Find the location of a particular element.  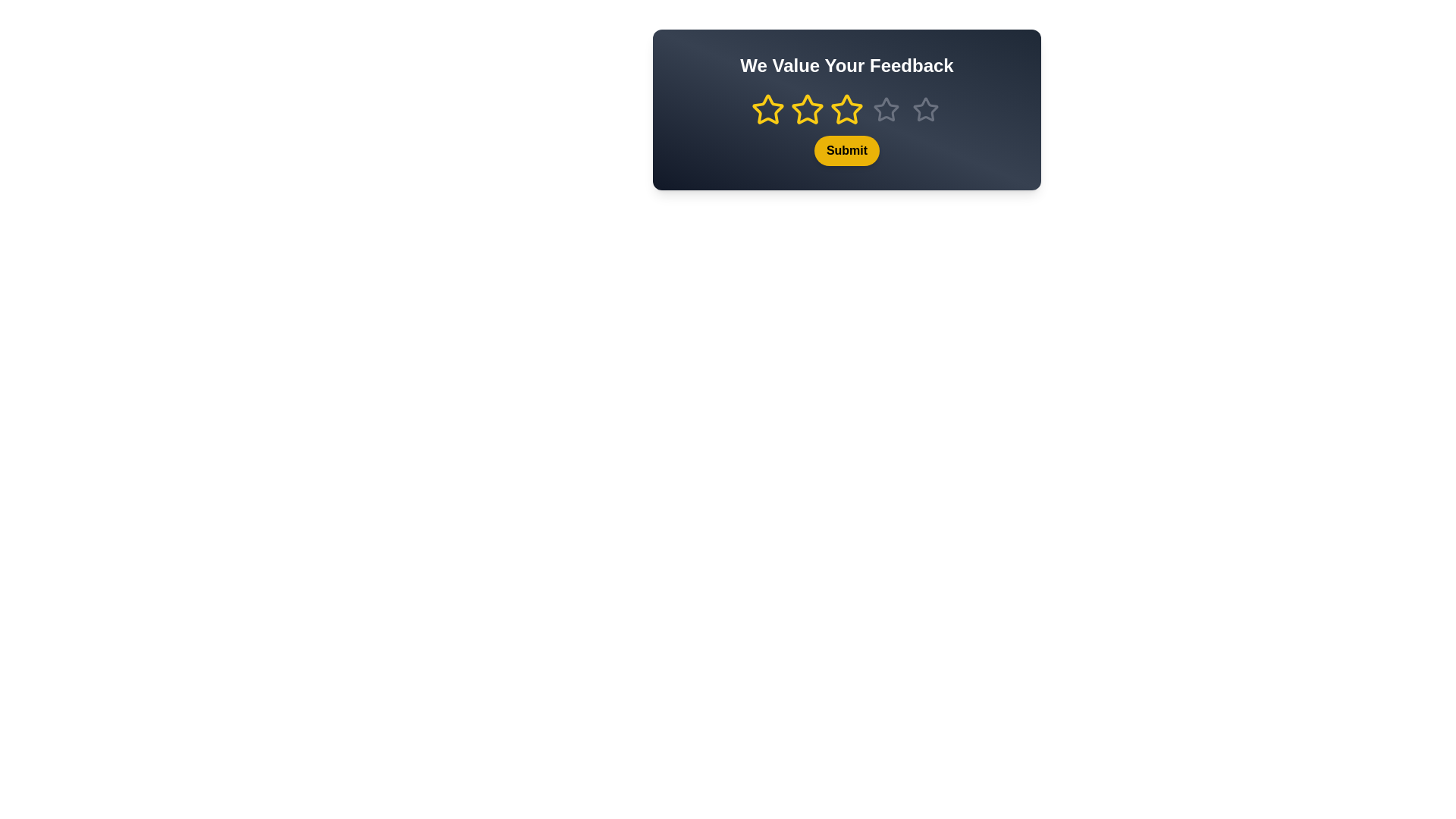

the fifth star icon in the rating component is located at coordinates (924, 108).